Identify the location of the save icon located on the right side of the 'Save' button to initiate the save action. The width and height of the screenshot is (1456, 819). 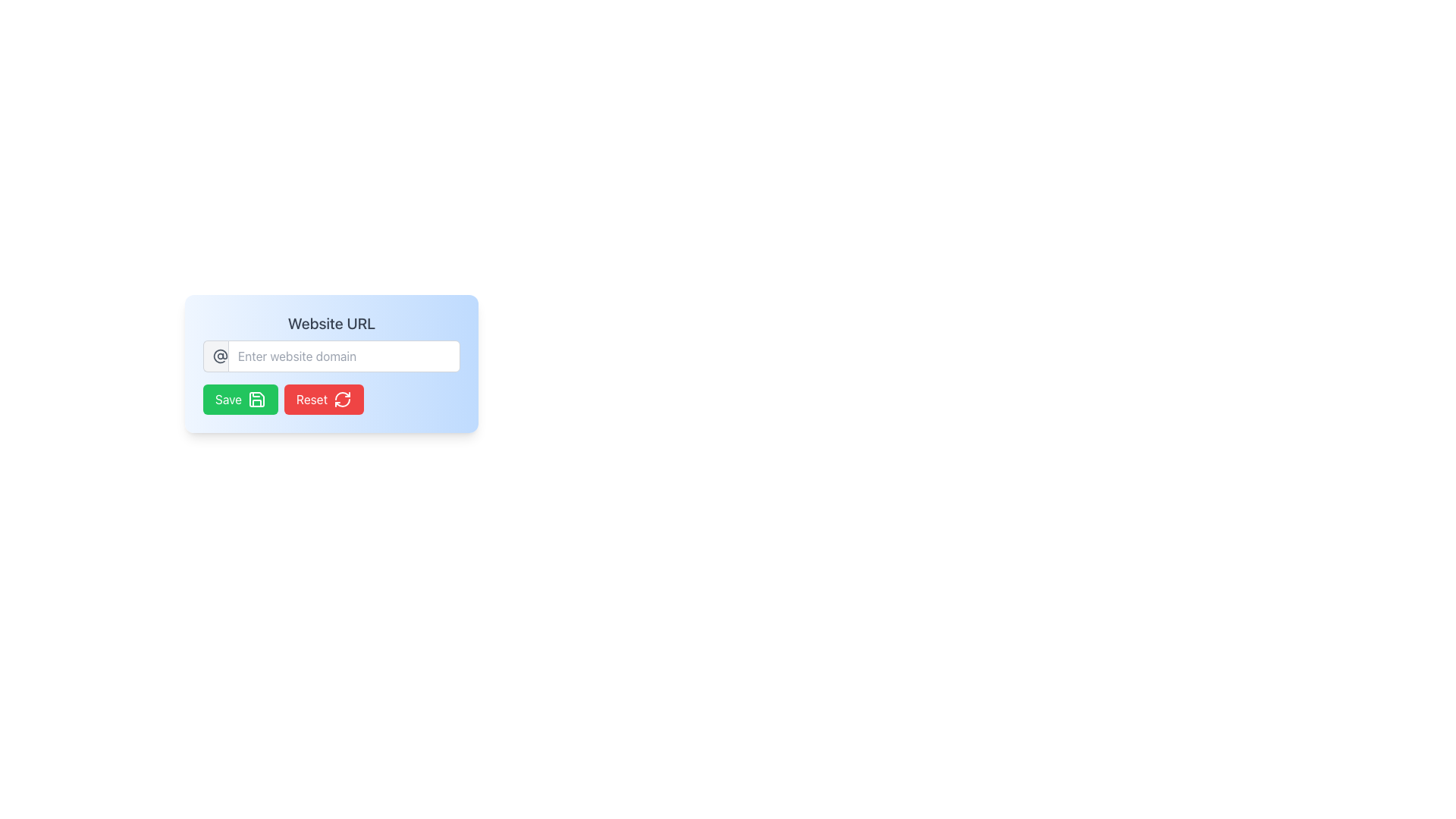
(256, 399).